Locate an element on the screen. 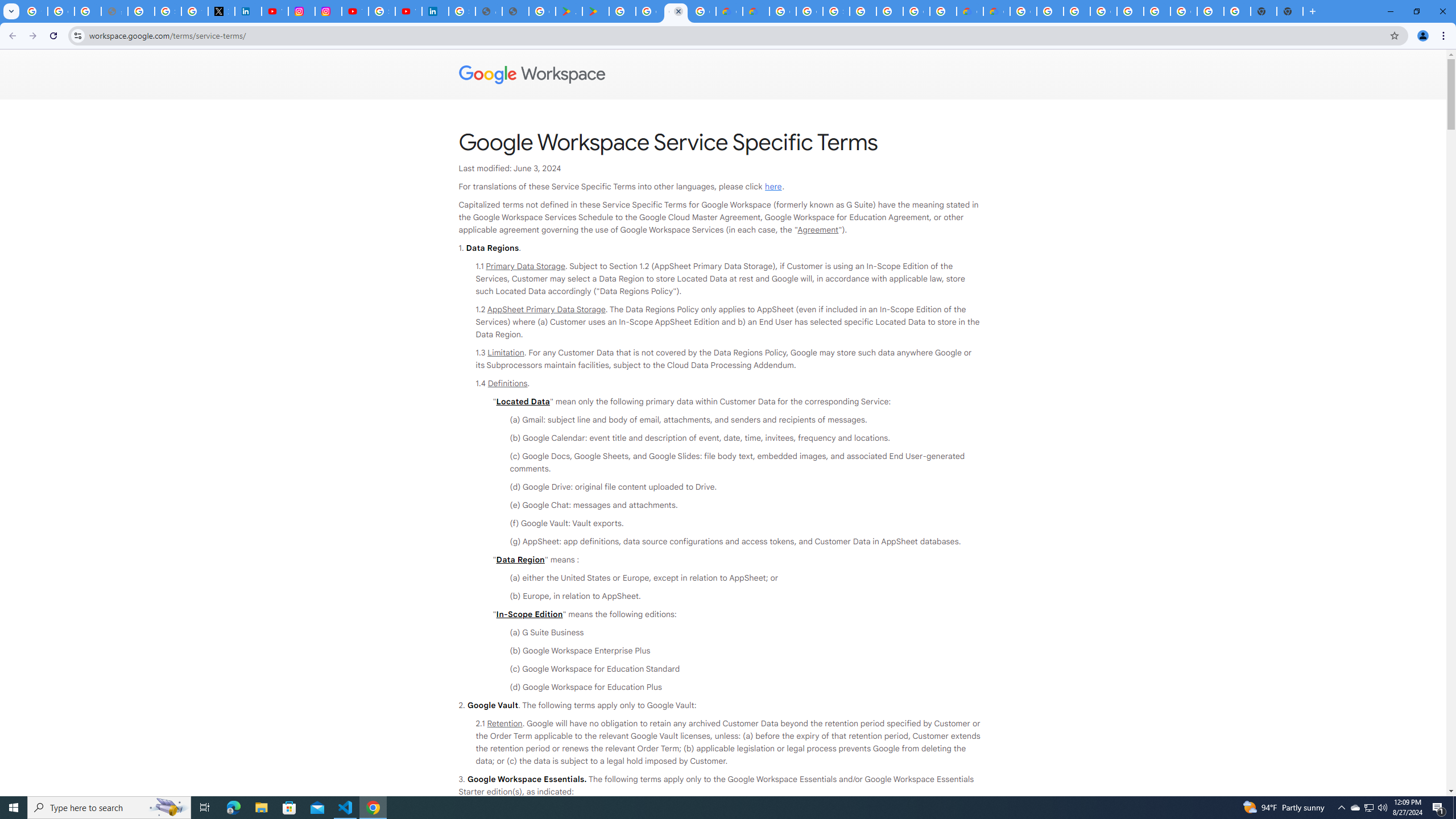 The height and width of the screenshot is (819, 1456). 'YouTube Content Monetization Policies - How YouTube Works' is located at coordinates (274, 11).